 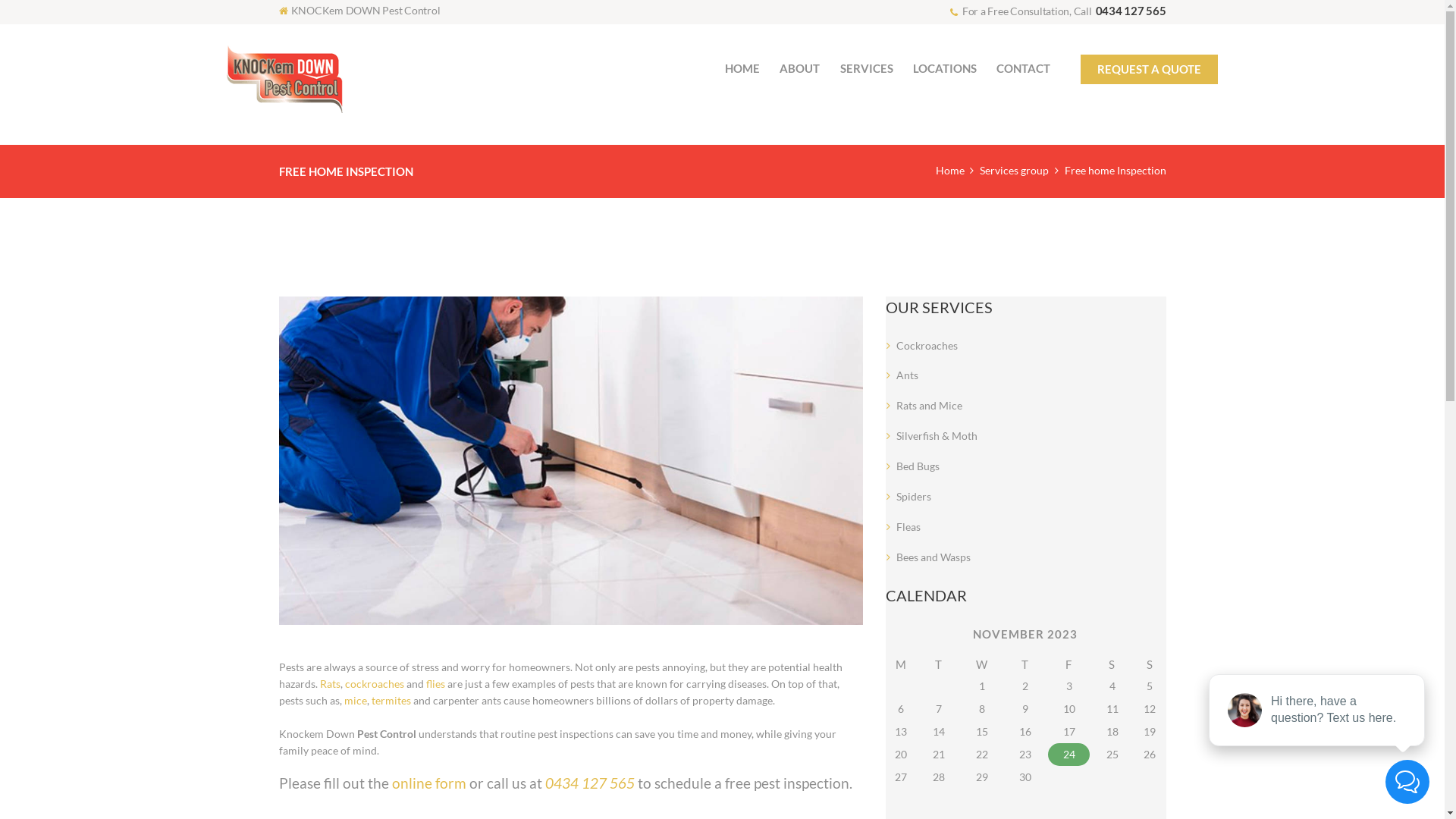 I want to click on 'Rats and Mice', so click(x=928, y=404).